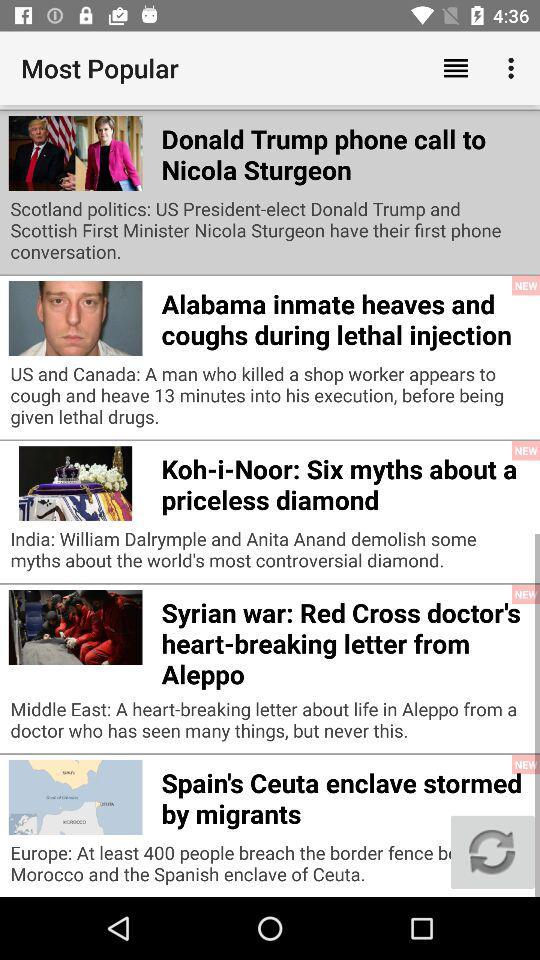 Image resolution: width=540 pixels, height=960 pixels. I want to click on the syrian war red, so click(344, 639).